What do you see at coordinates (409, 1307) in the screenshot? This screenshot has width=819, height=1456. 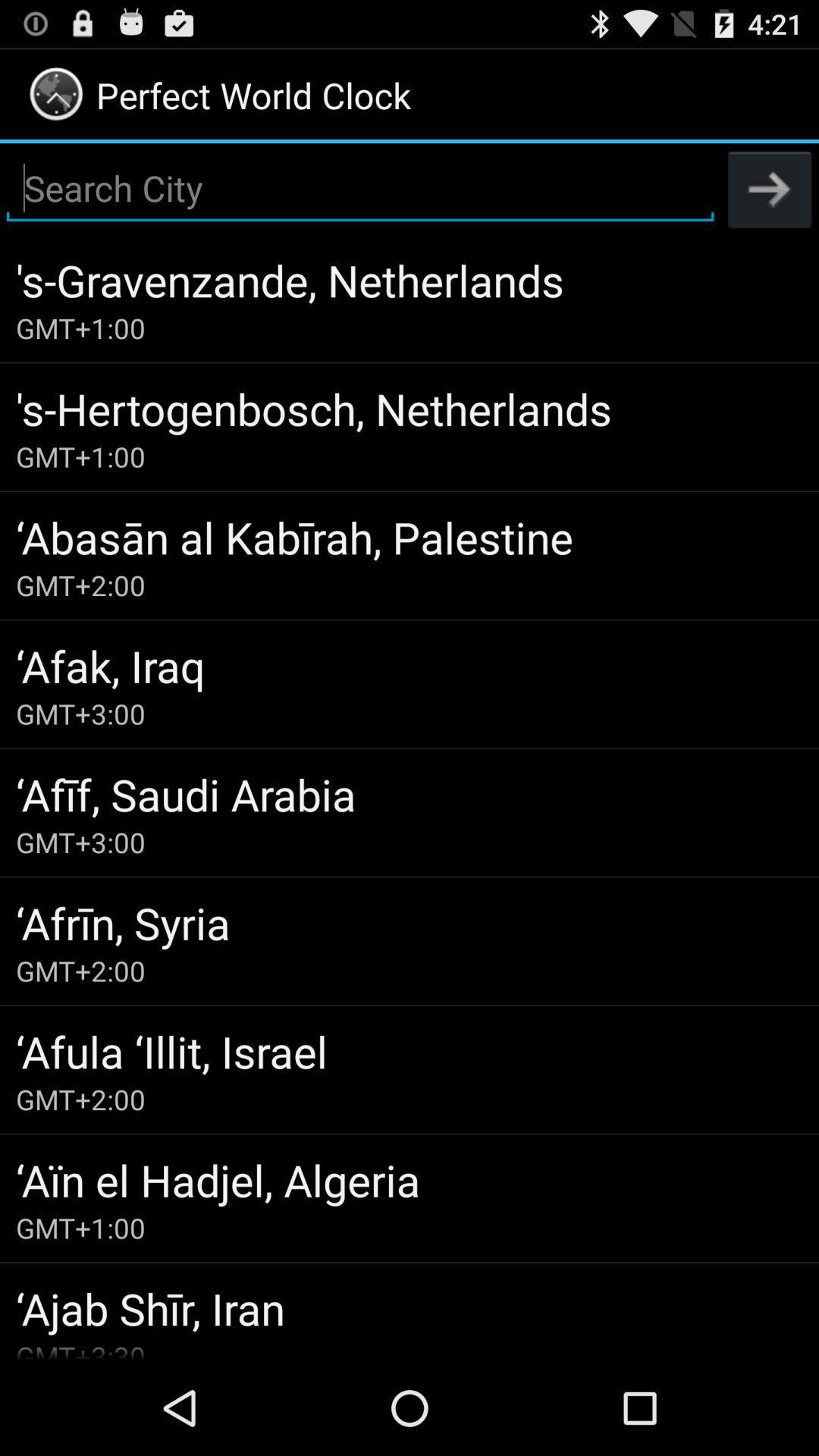 I see `item above the gmt+3:30 item` at bounding box center [409, 1307].